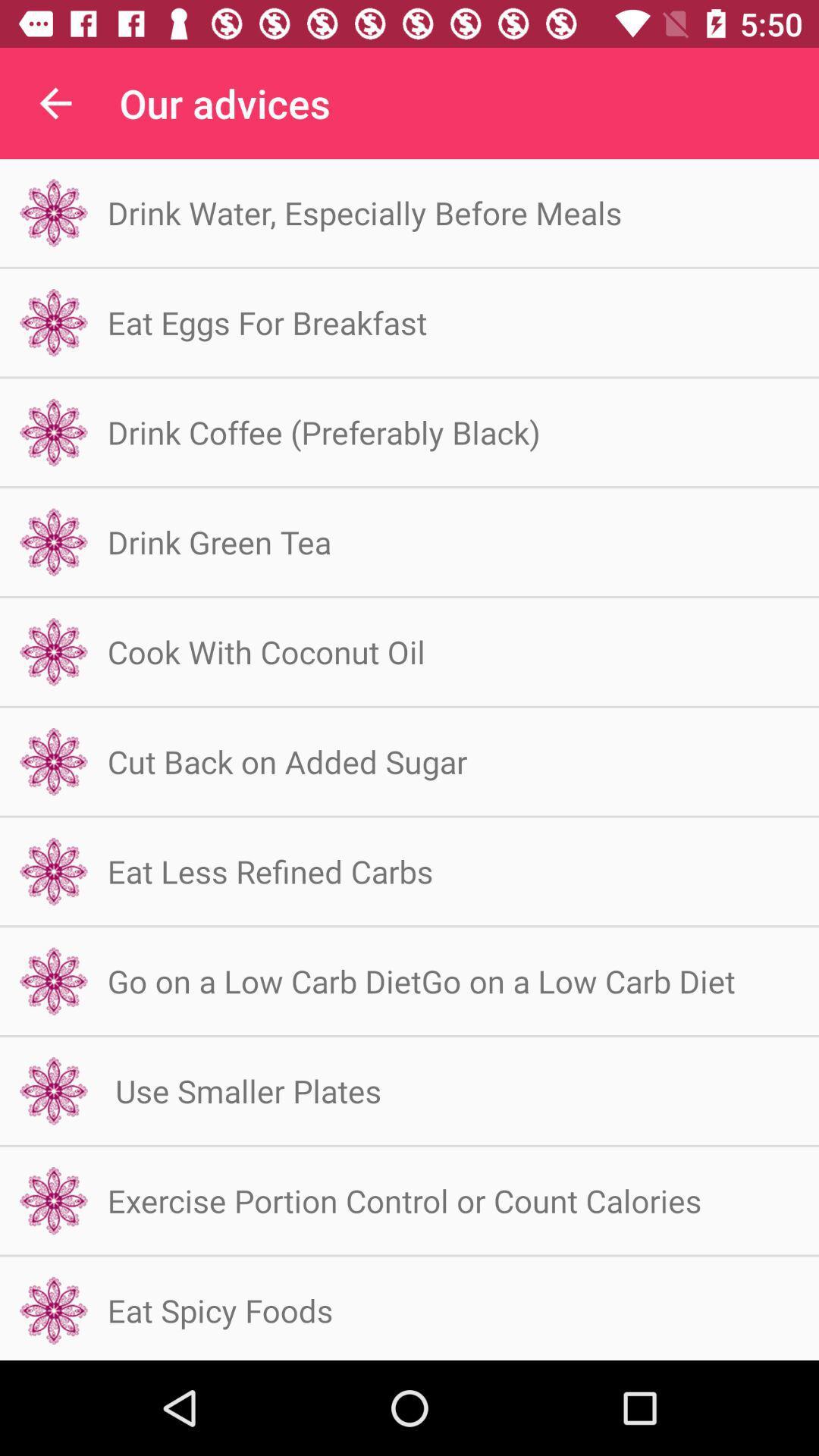 This screenshot has width=819, height=1456. Describe the element at coordinates (365, 212) in the screenshot. I see `drink water especially` at that location.